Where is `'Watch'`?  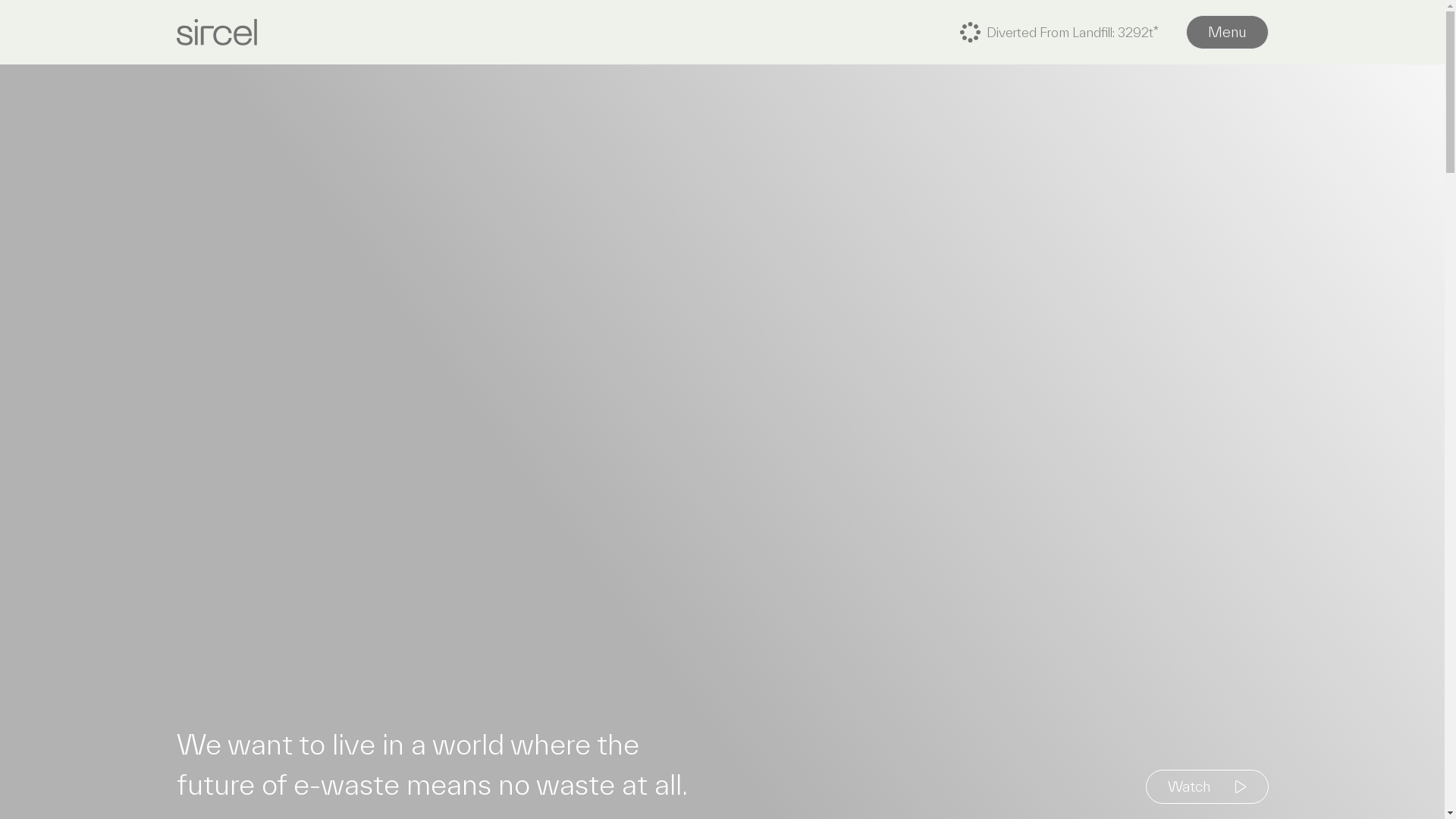
'Watch' is located at coordinates (1145, 786).